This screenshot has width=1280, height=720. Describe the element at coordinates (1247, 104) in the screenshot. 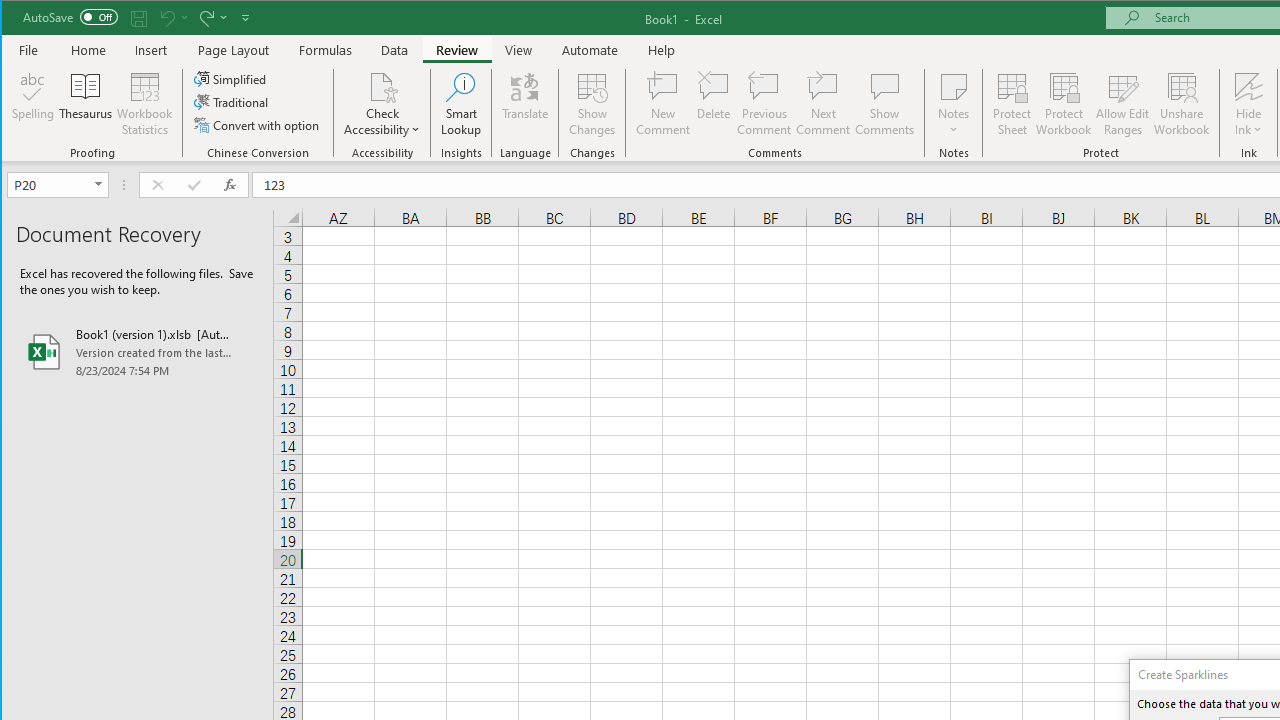

I see `'Hide Ink'` at that location.